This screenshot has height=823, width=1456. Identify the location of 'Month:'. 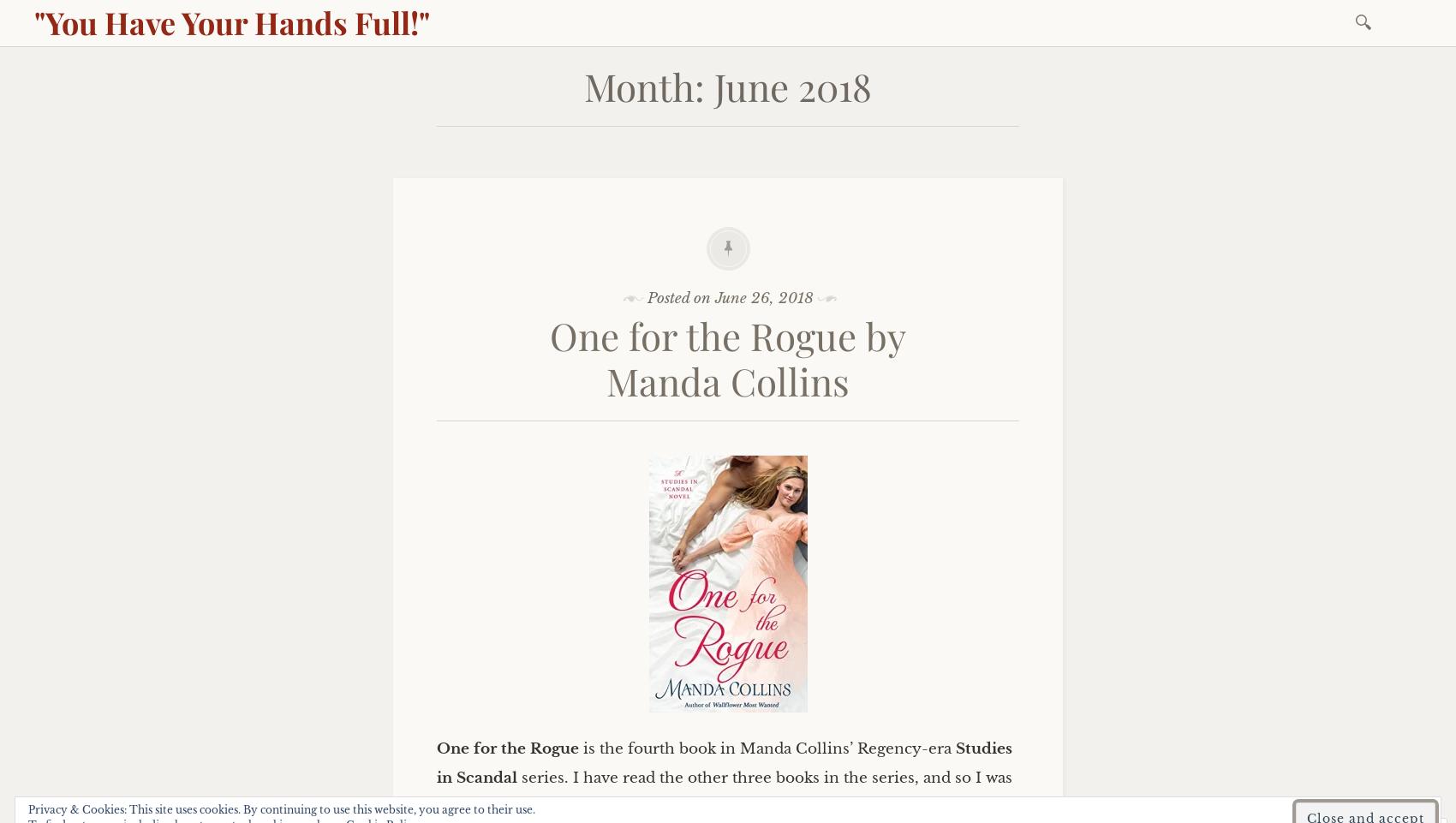
(648, 85).